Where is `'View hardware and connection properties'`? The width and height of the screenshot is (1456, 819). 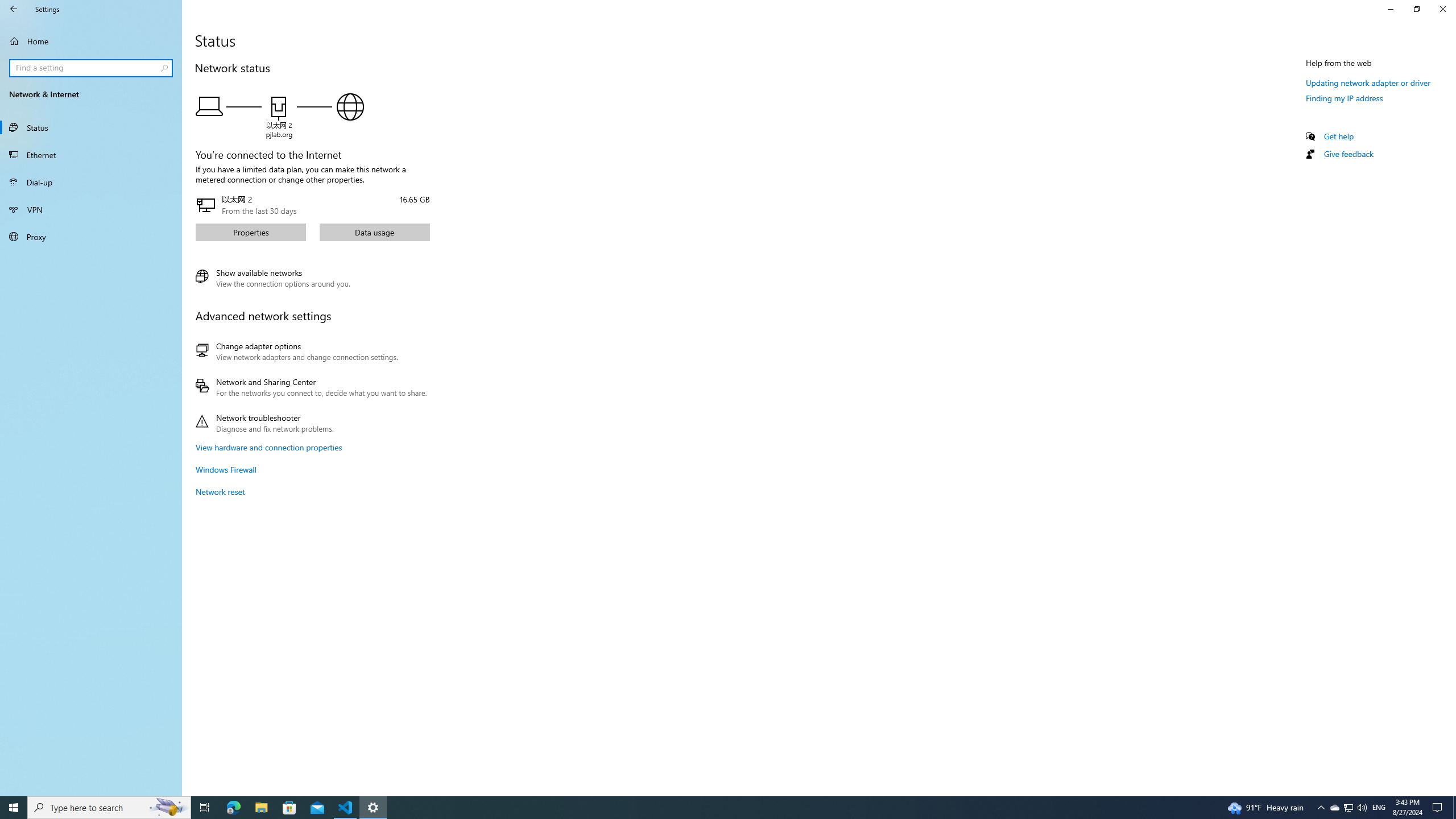
'View hardware and connection properties' is located at coordinates (268, 446).